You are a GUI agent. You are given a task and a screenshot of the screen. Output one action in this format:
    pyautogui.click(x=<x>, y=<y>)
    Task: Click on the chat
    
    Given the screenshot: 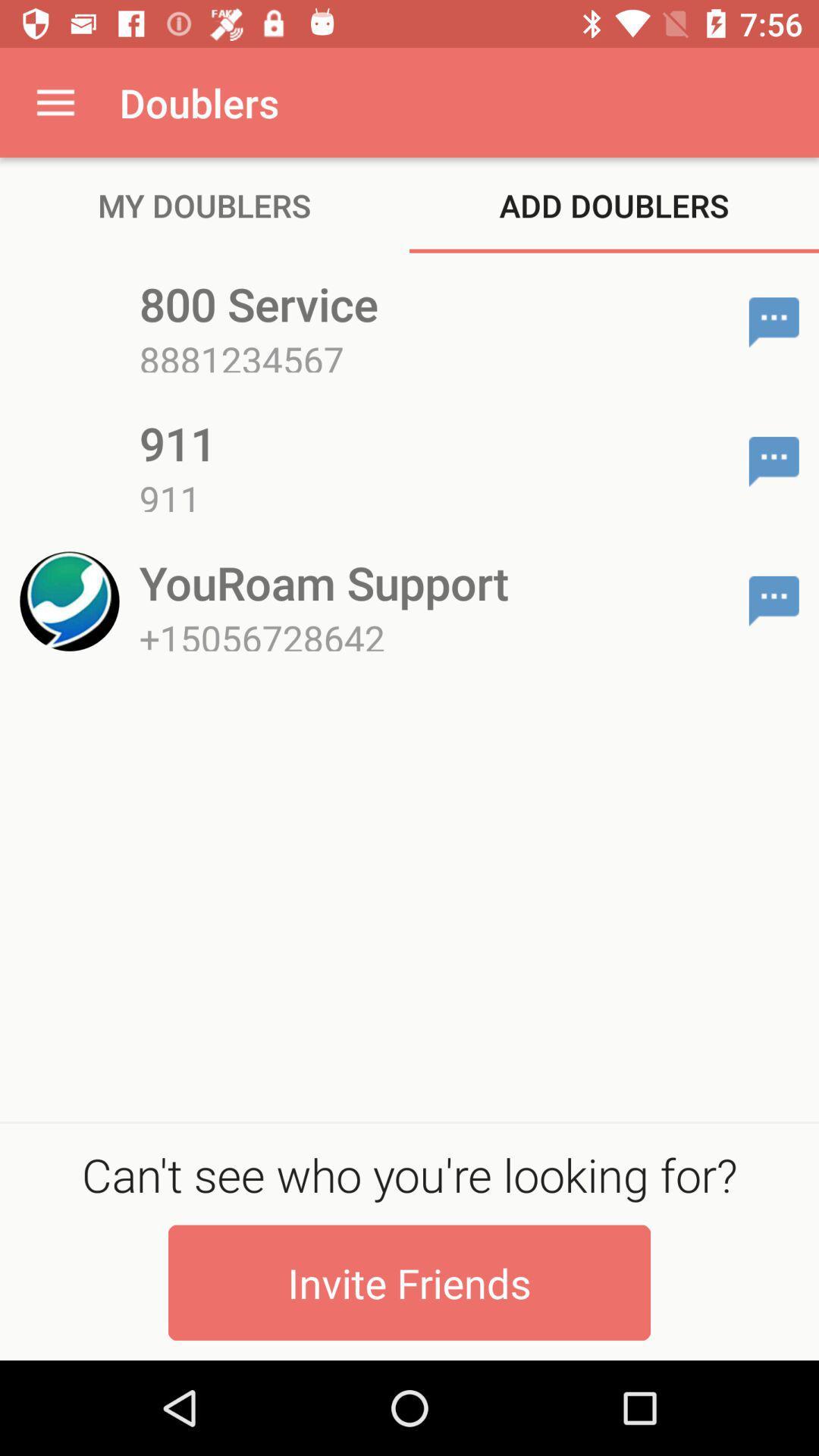 What is the action you would take?
    pyautogui.click(x=773, y=600)
    